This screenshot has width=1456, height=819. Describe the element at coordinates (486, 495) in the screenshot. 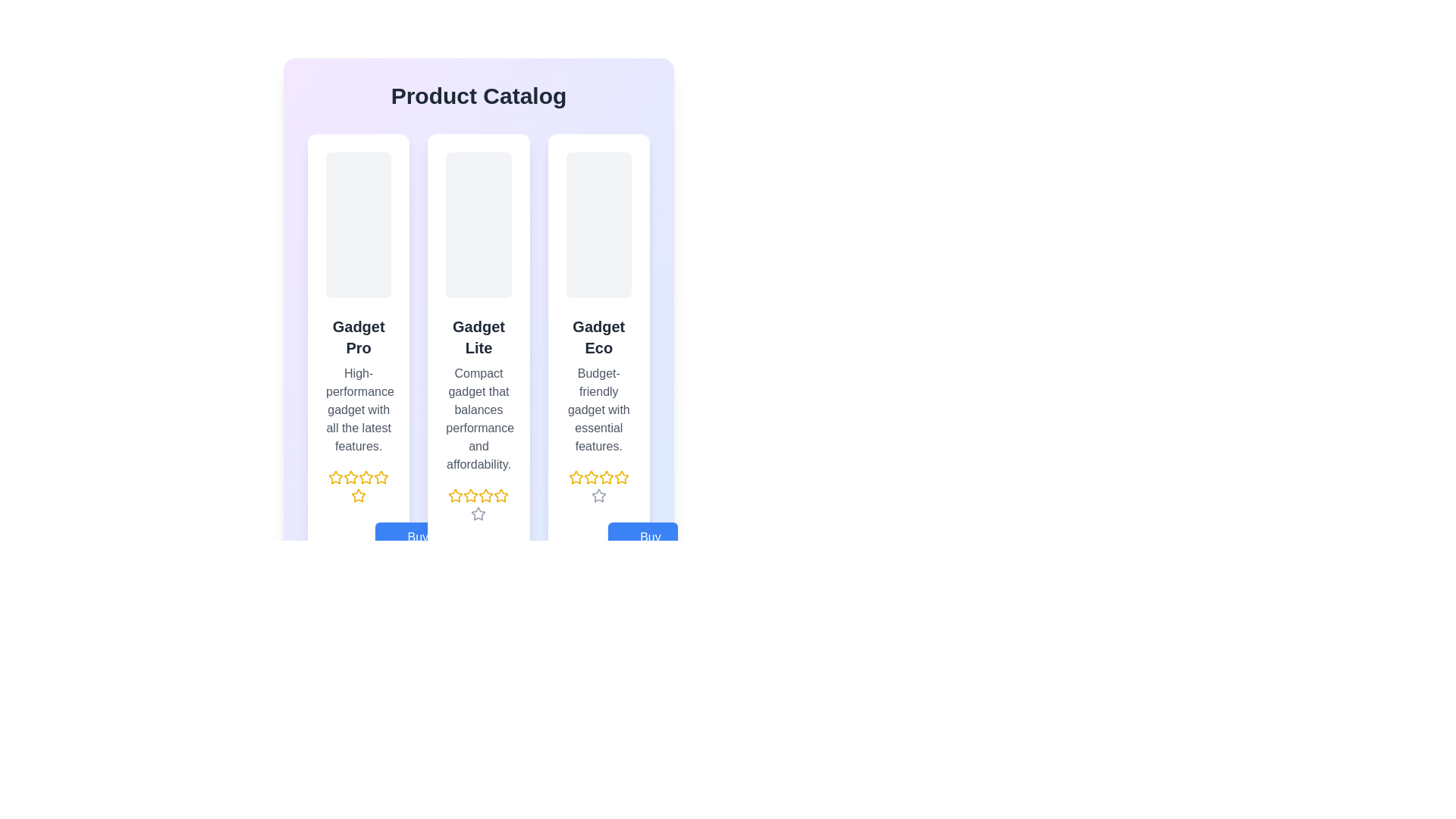

I see `the fourth star icon` at that location.